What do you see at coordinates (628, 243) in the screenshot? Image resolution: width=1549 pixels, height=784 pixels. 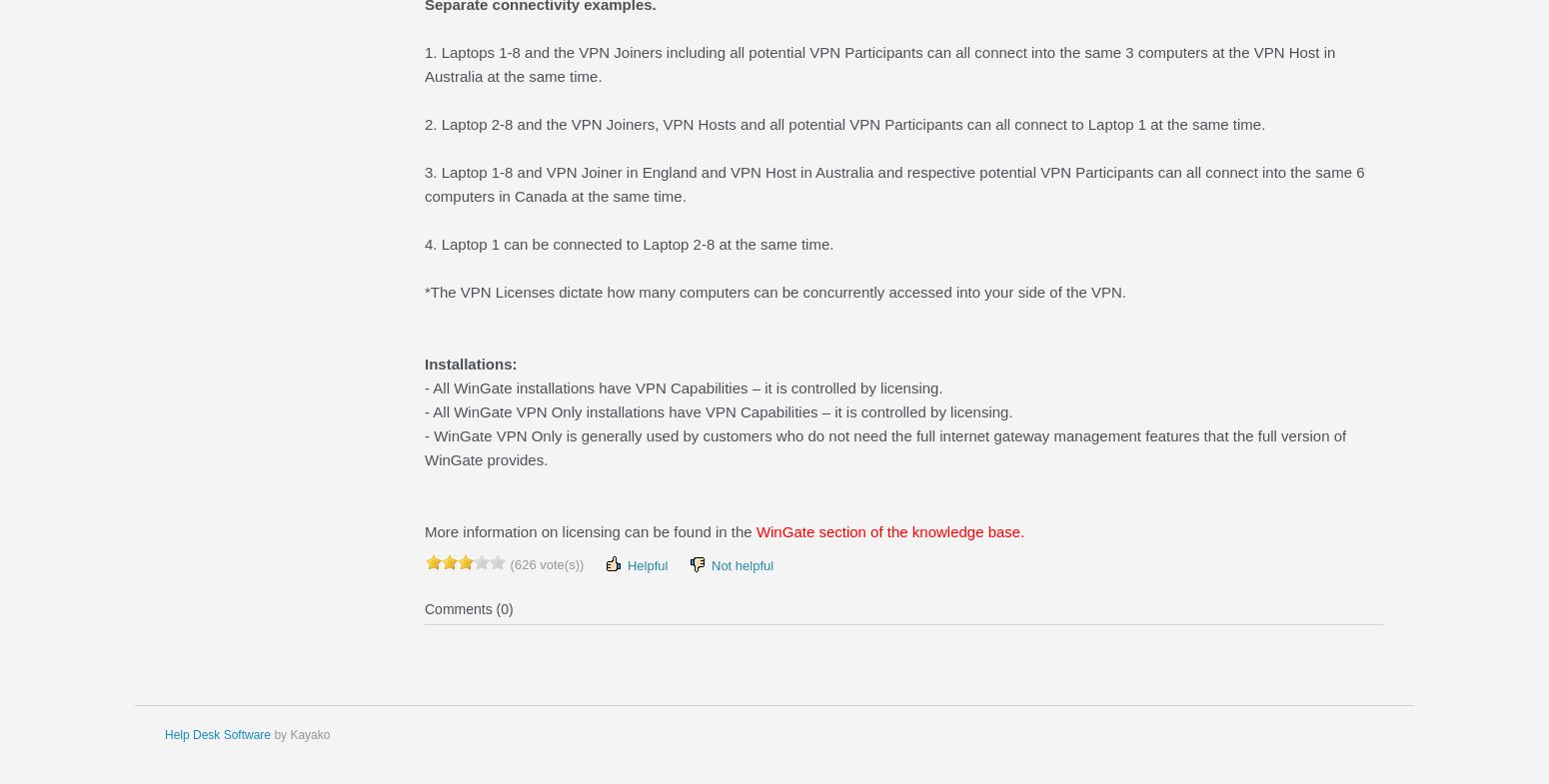 I see `'4. Laptop 1 can be connected to Laptop 2-8 at the same time.'` at bounding box center [628, 243].